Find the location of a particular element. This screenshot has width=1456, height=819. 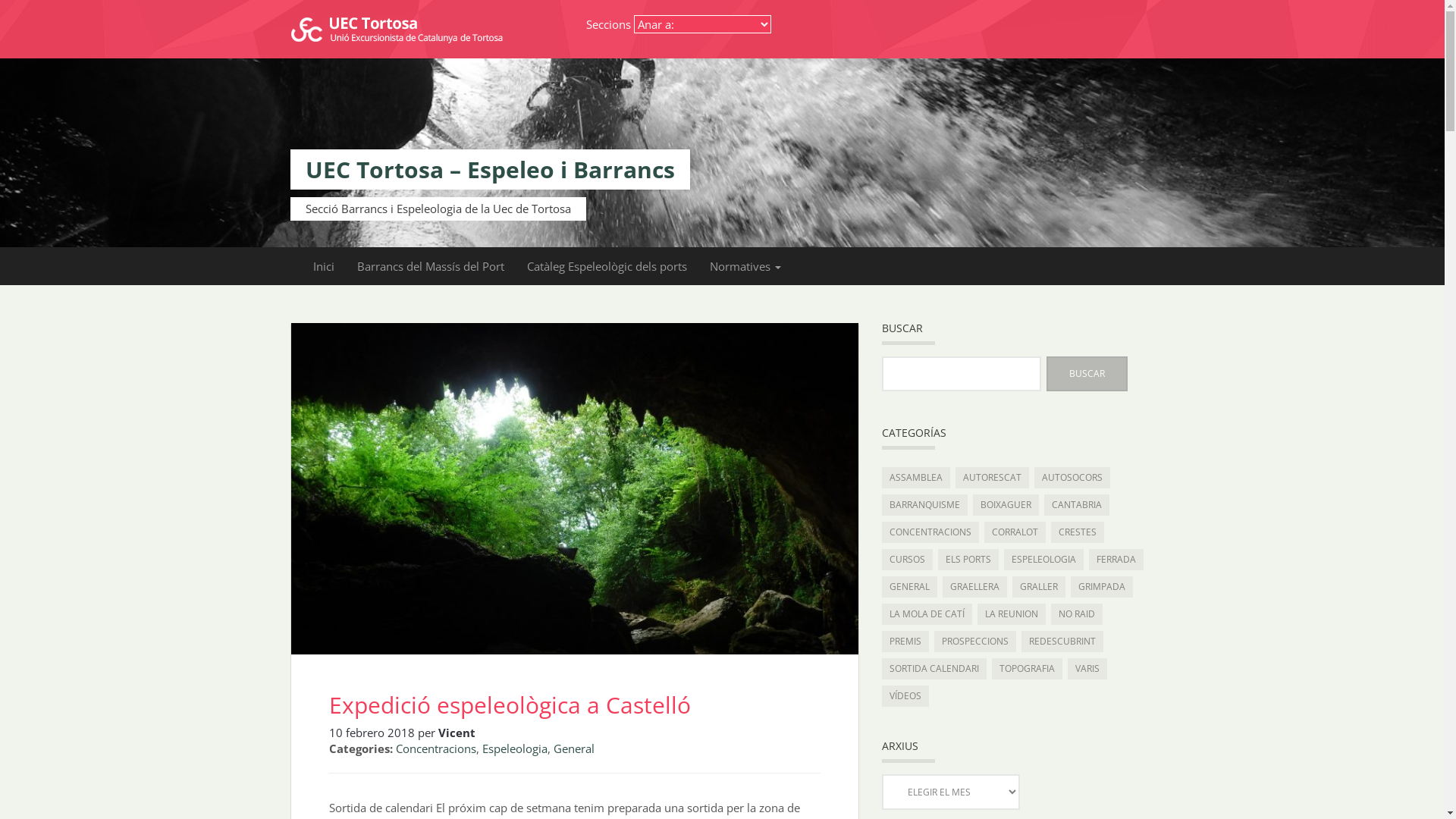

'Buscar' is located at coordinates (1086, 373).